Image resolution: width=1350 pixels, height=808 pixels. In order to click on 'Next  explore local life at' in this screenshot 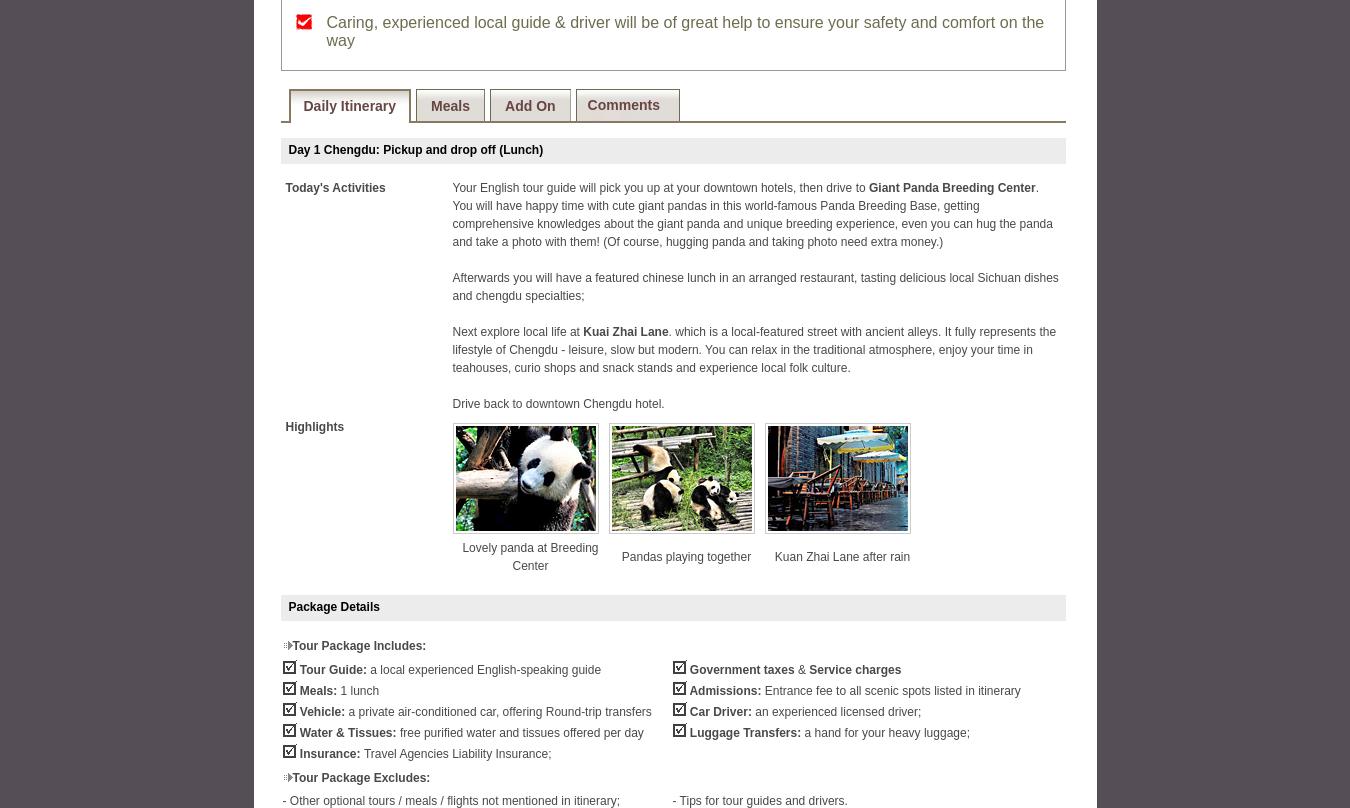, I will do `click(516, 331)`.